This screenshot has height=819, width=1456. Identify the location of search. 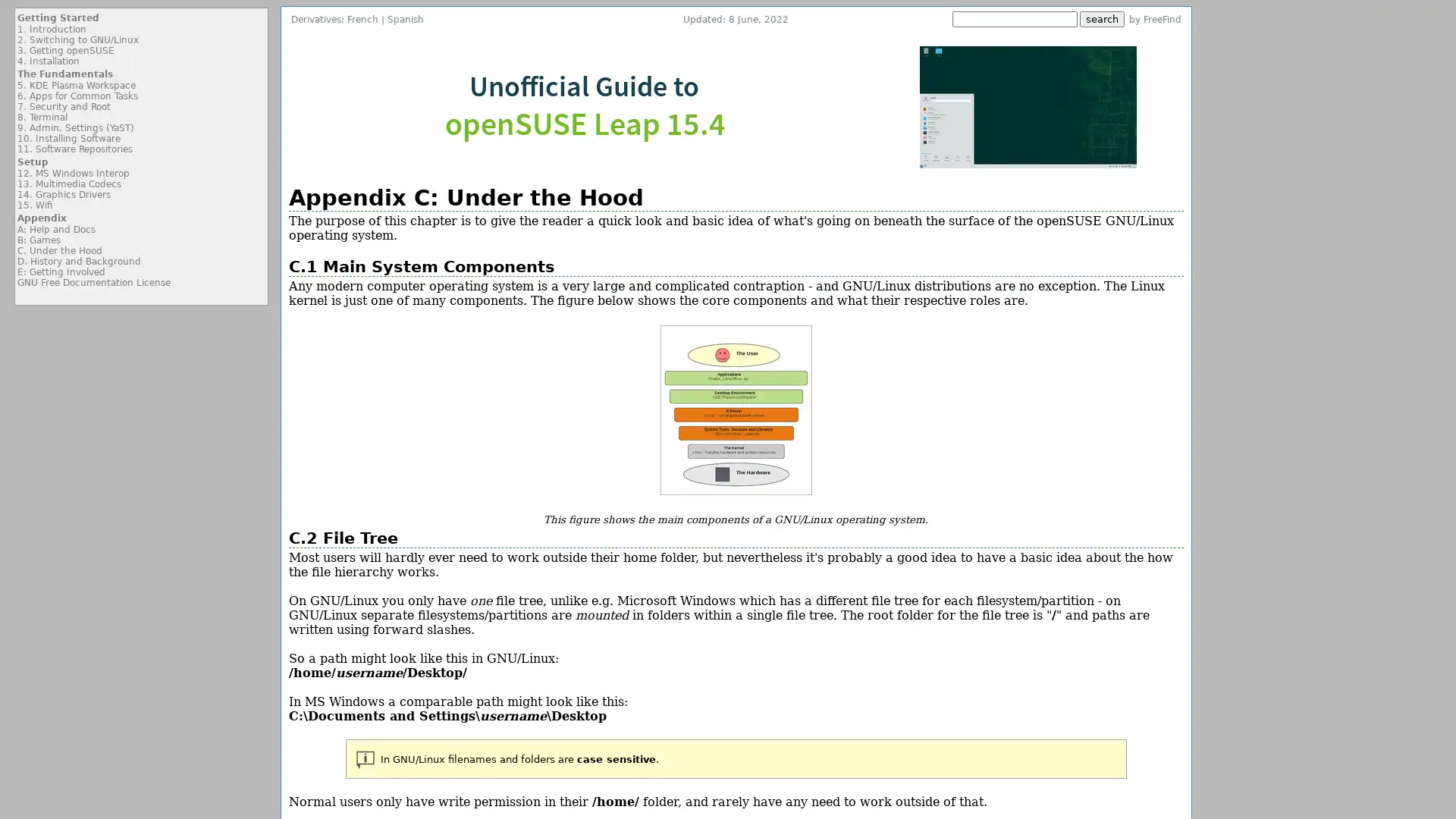
(1102, 19).